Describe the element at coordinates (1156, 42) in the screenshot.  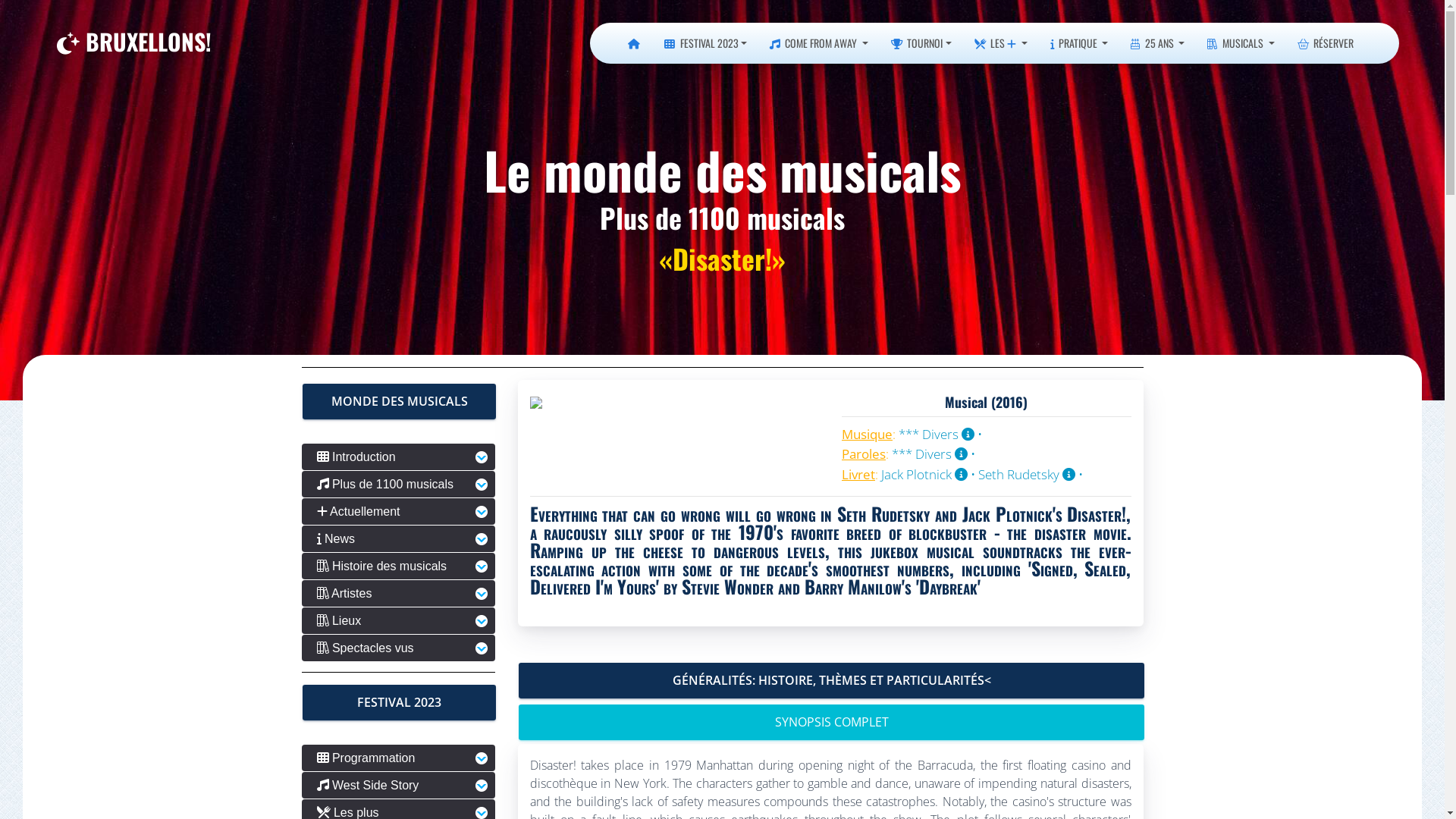
I see `'25 ANS'` at that location.